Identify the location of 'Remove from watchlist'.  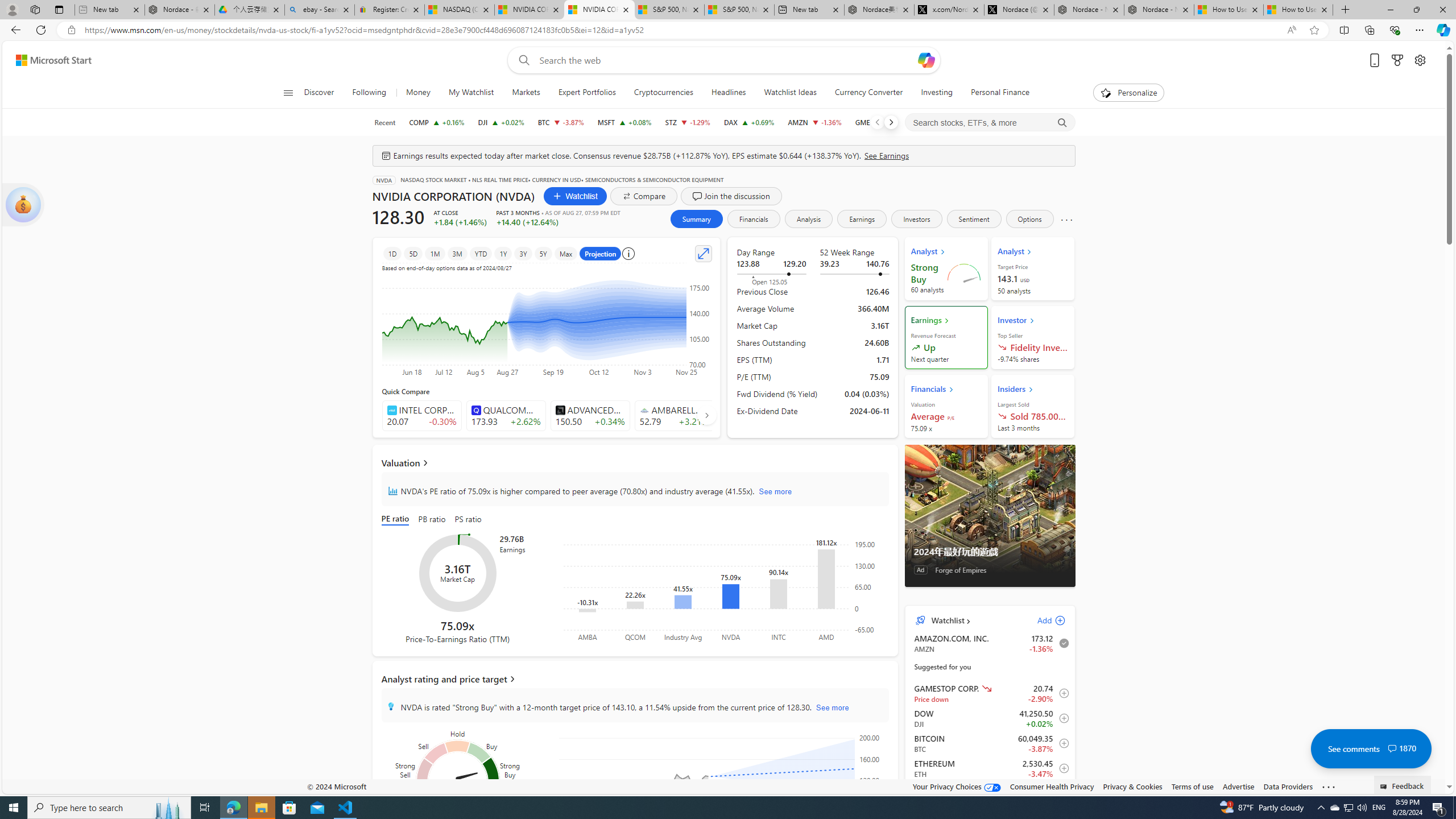
(1061, 642).